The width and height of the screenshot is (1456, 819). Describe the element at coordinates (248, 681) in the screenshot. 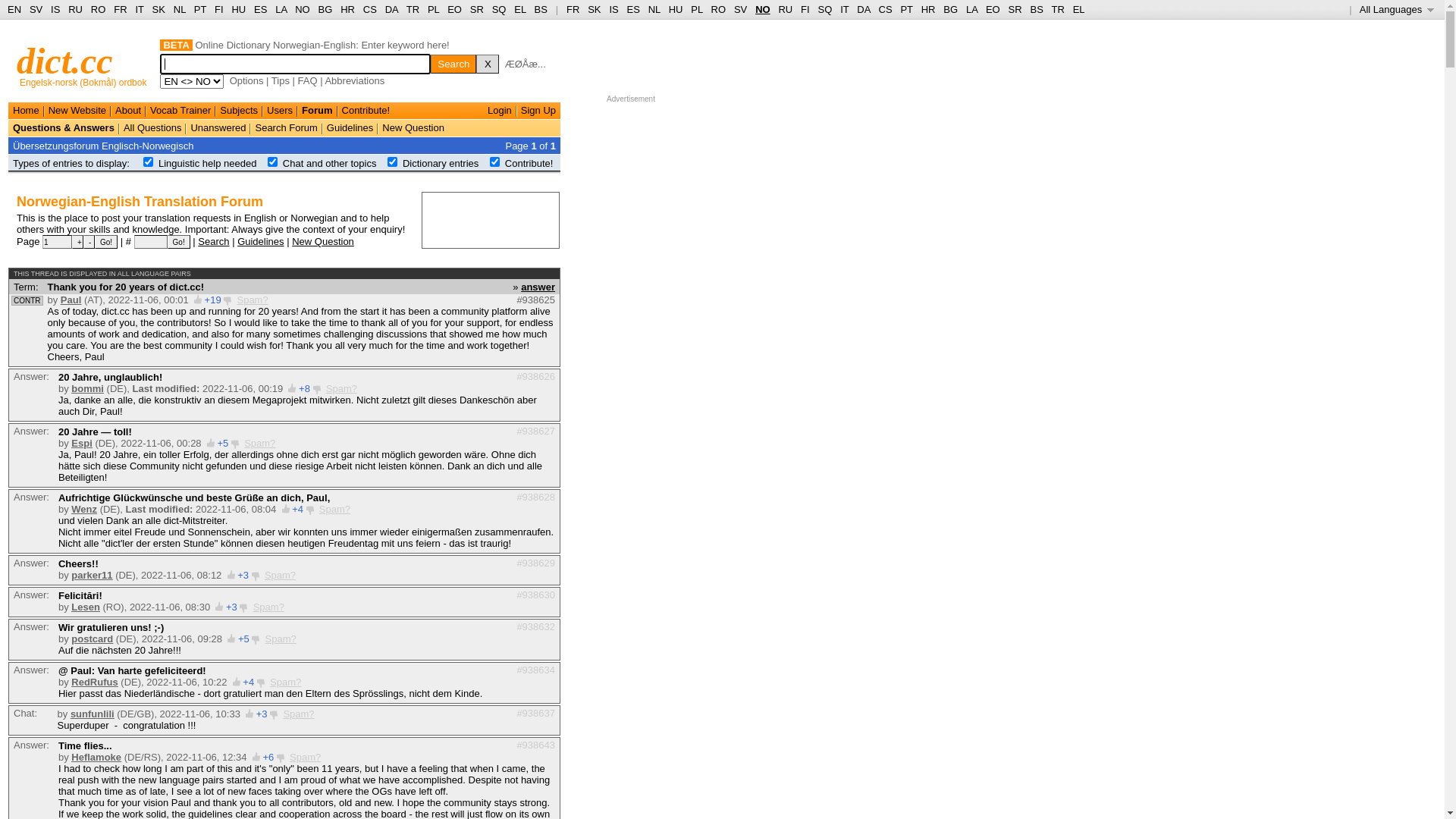

I see `'+4'` at that location.